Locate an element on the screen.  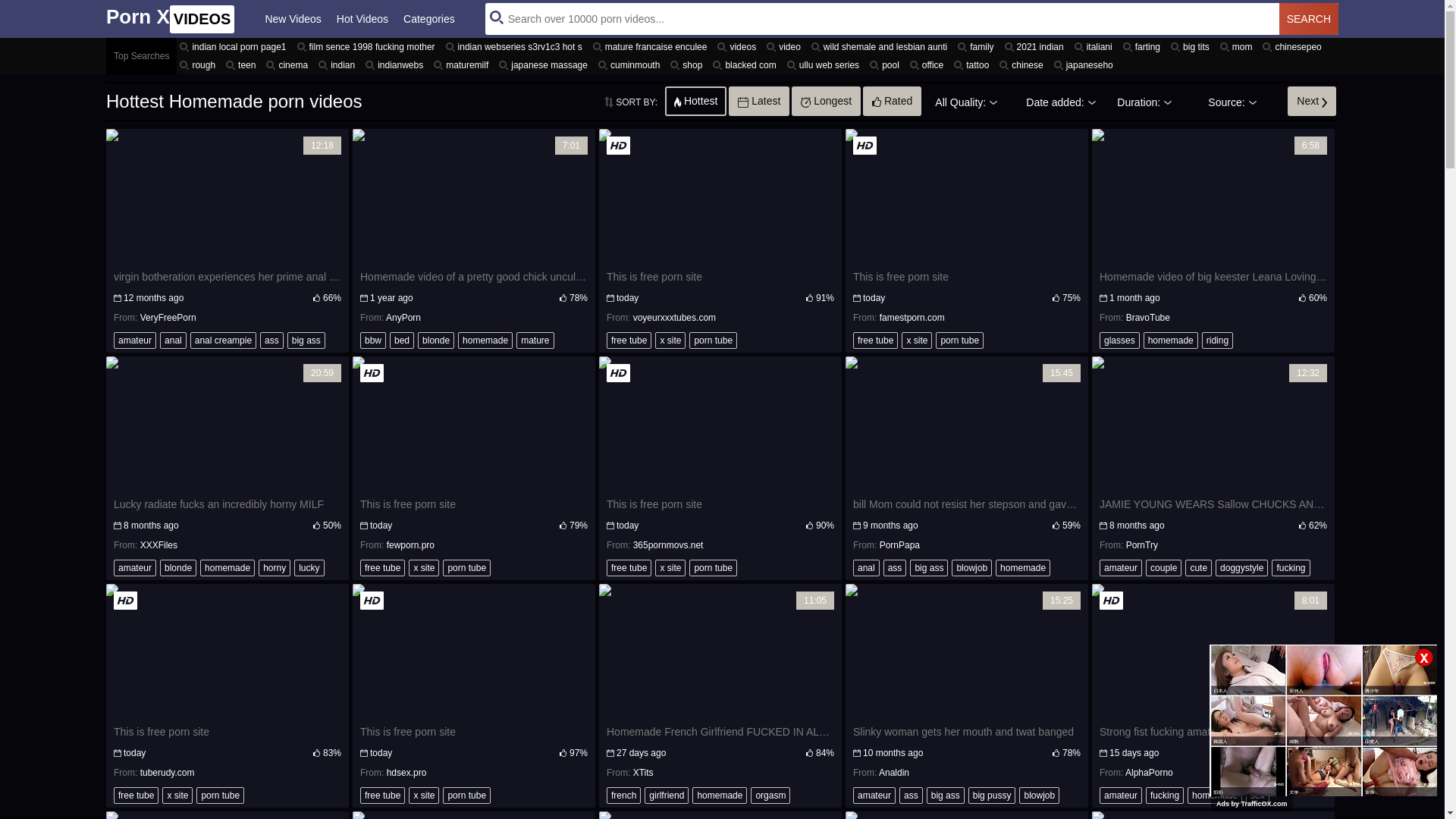
'horny' is located at coordinates (258, 567).